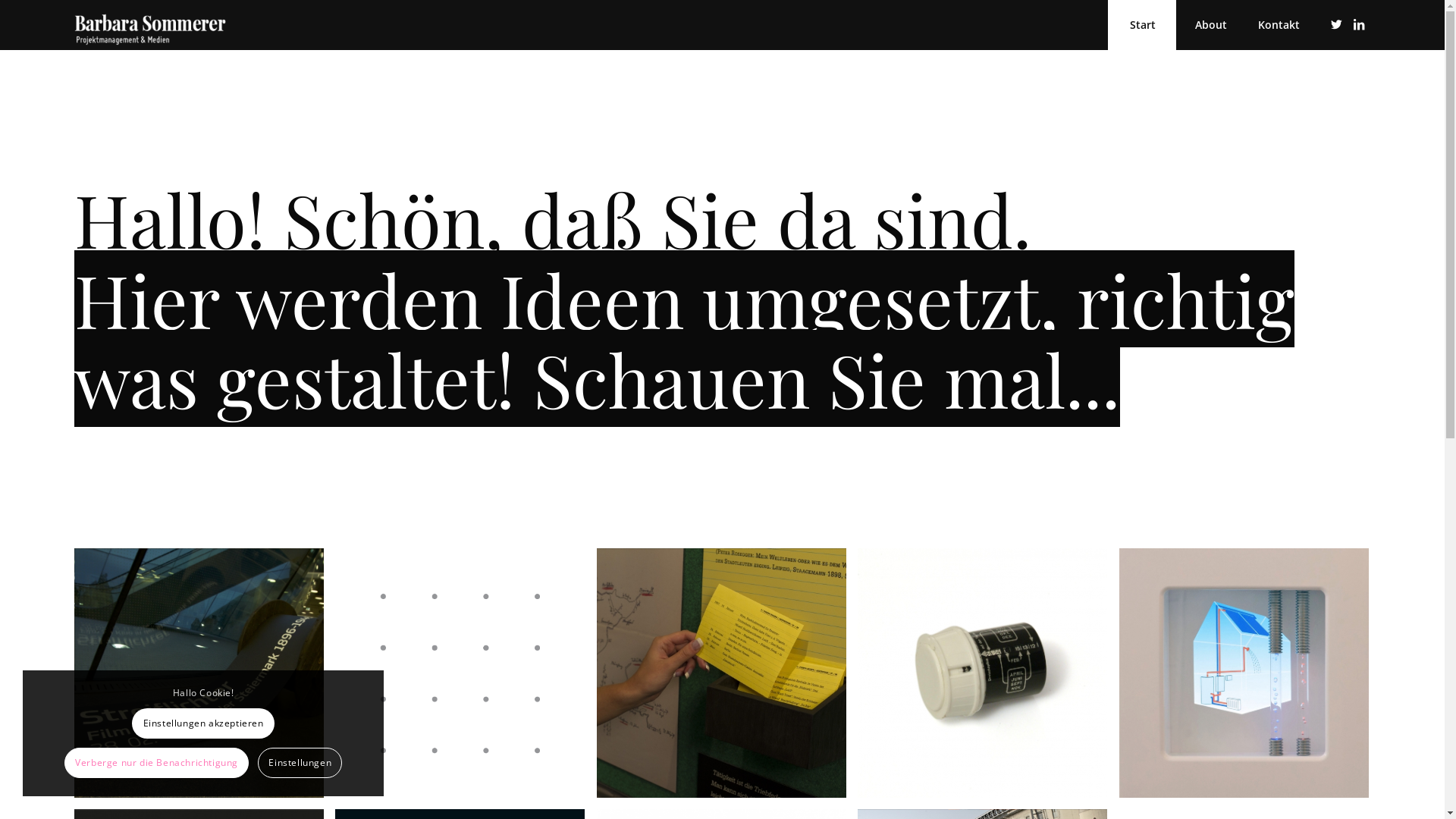  Describe the element at coordinates (1347, 24) in the screenshot. I see `'LinkedIn'` at that location.